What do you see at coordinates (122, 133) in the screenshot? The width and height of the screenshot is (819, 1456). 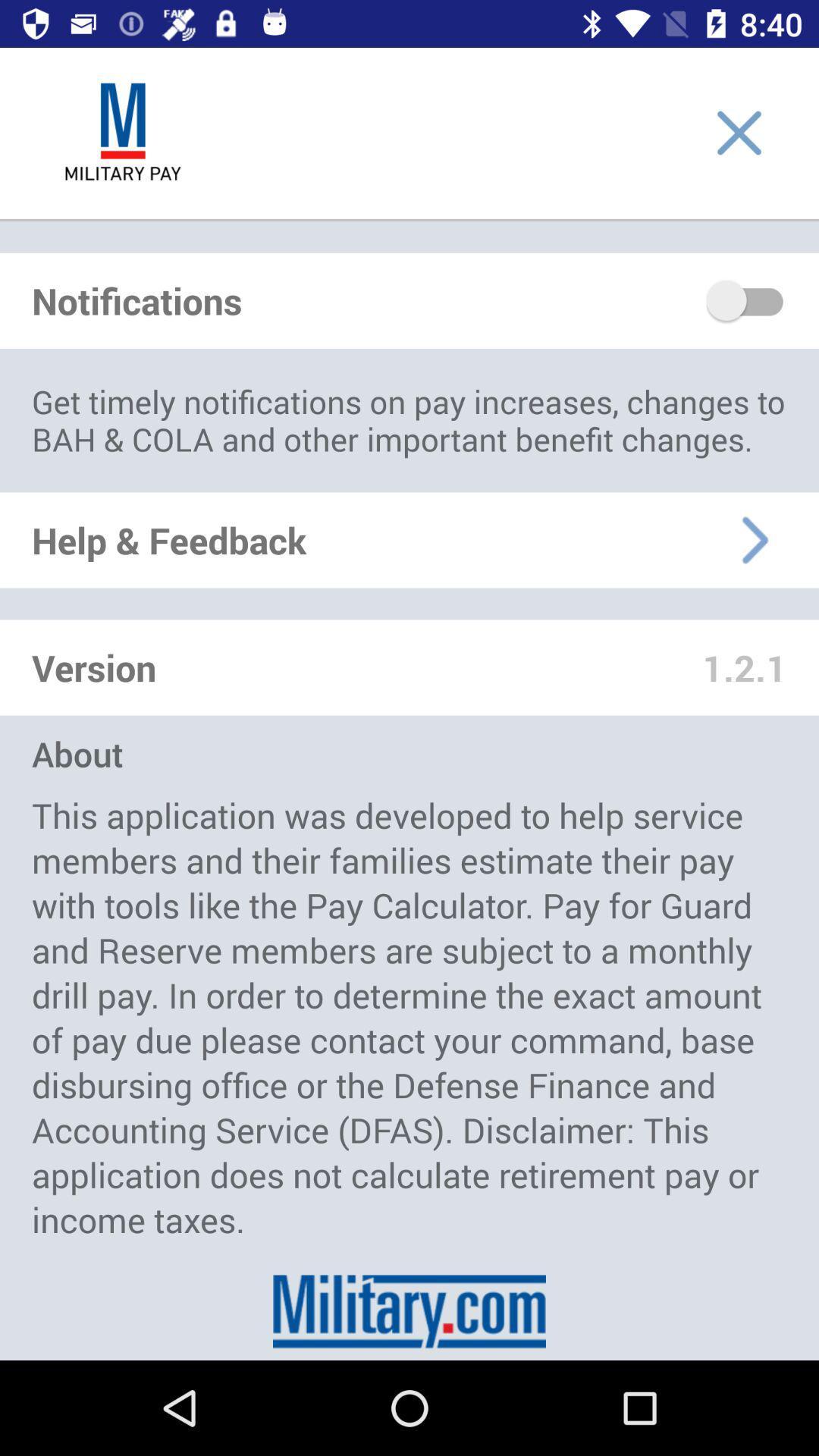 I see `logo` at bounding box center [122, 133].